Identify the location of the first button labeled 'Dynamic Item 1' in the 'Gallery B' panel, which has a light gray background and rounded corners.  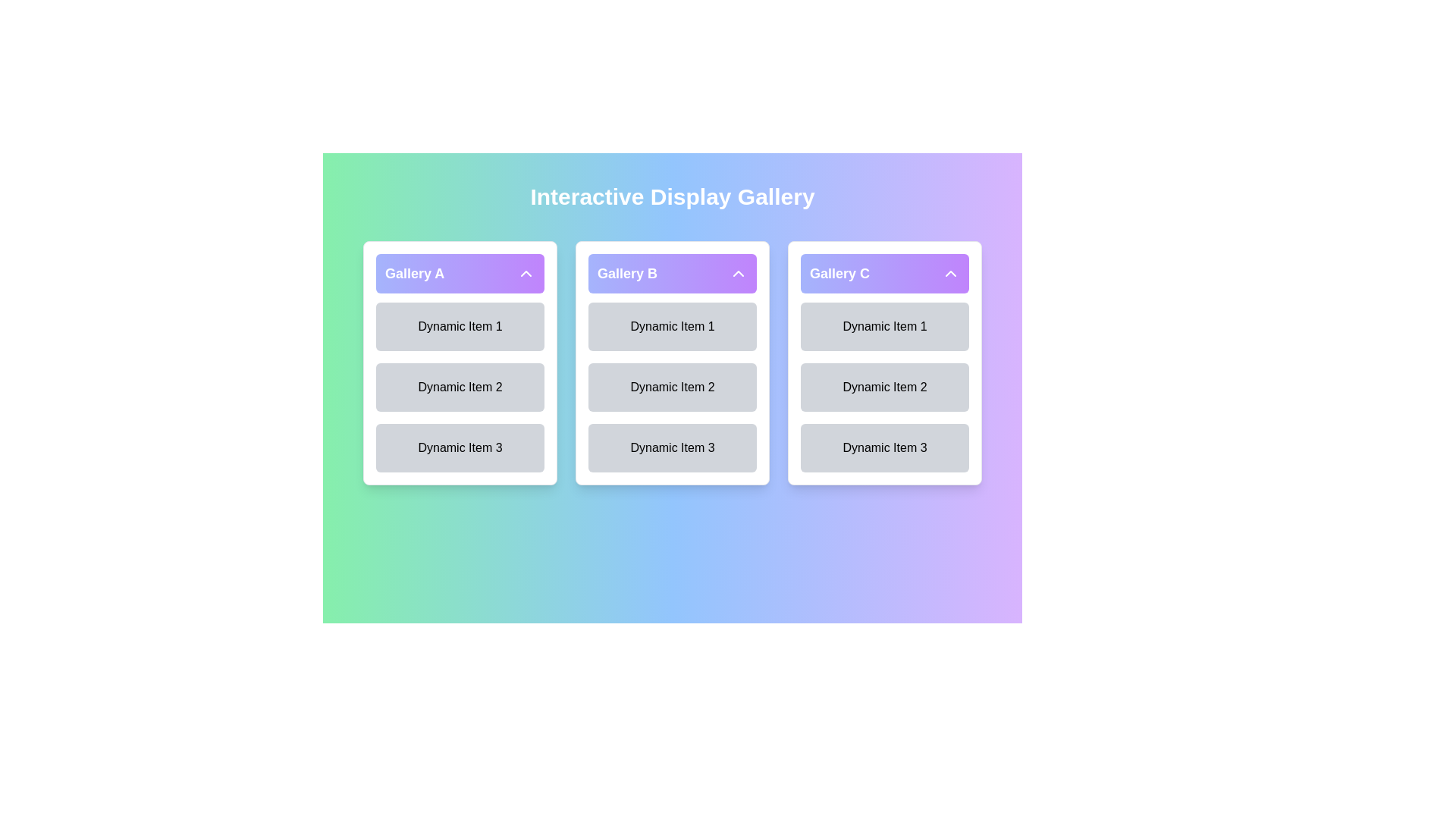
(672, 326).